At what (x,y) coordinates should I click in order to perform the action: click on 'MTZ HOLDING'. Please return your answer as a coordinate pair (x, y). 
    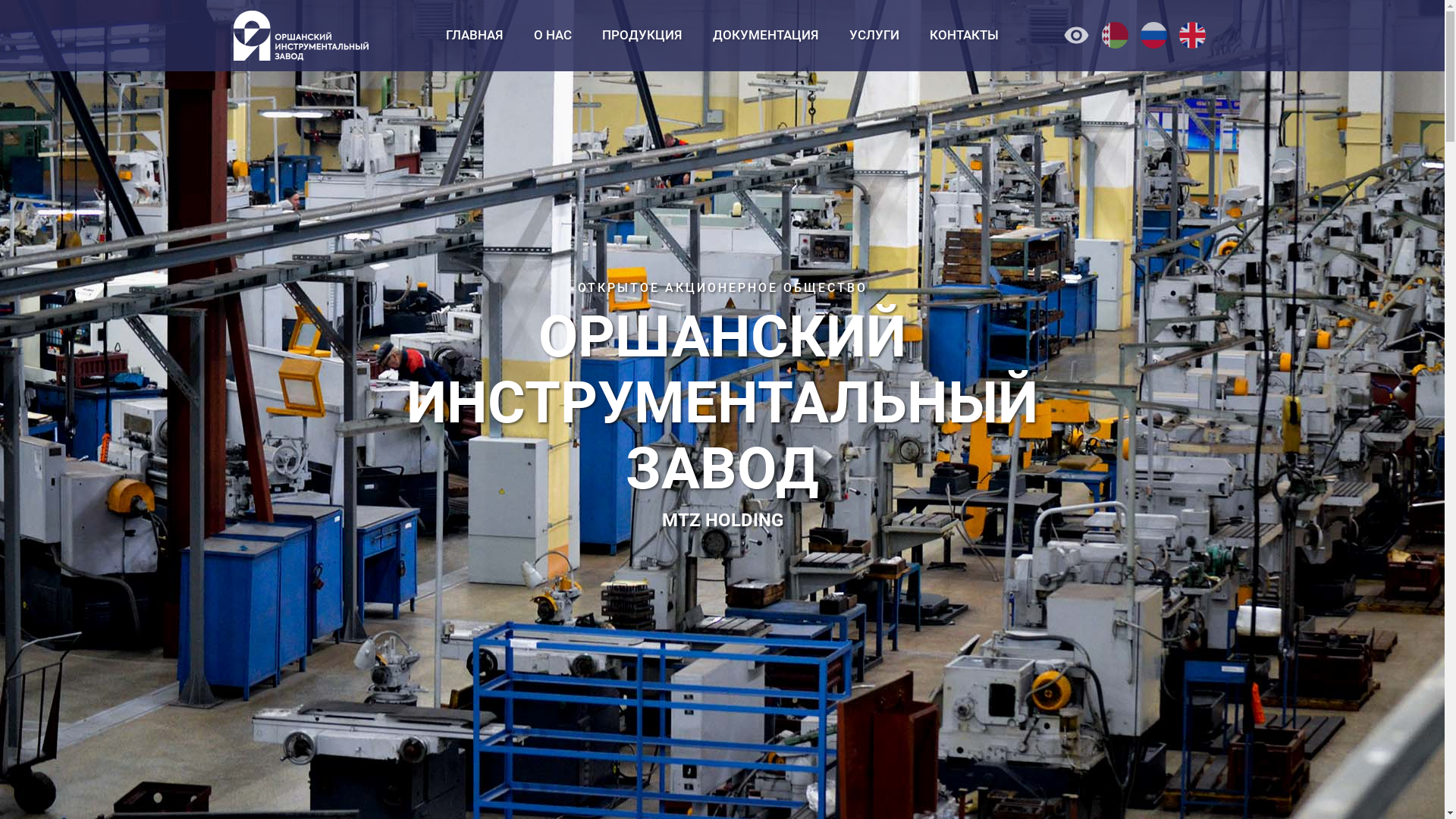
    Looking at the image, I should click on (661, 519).